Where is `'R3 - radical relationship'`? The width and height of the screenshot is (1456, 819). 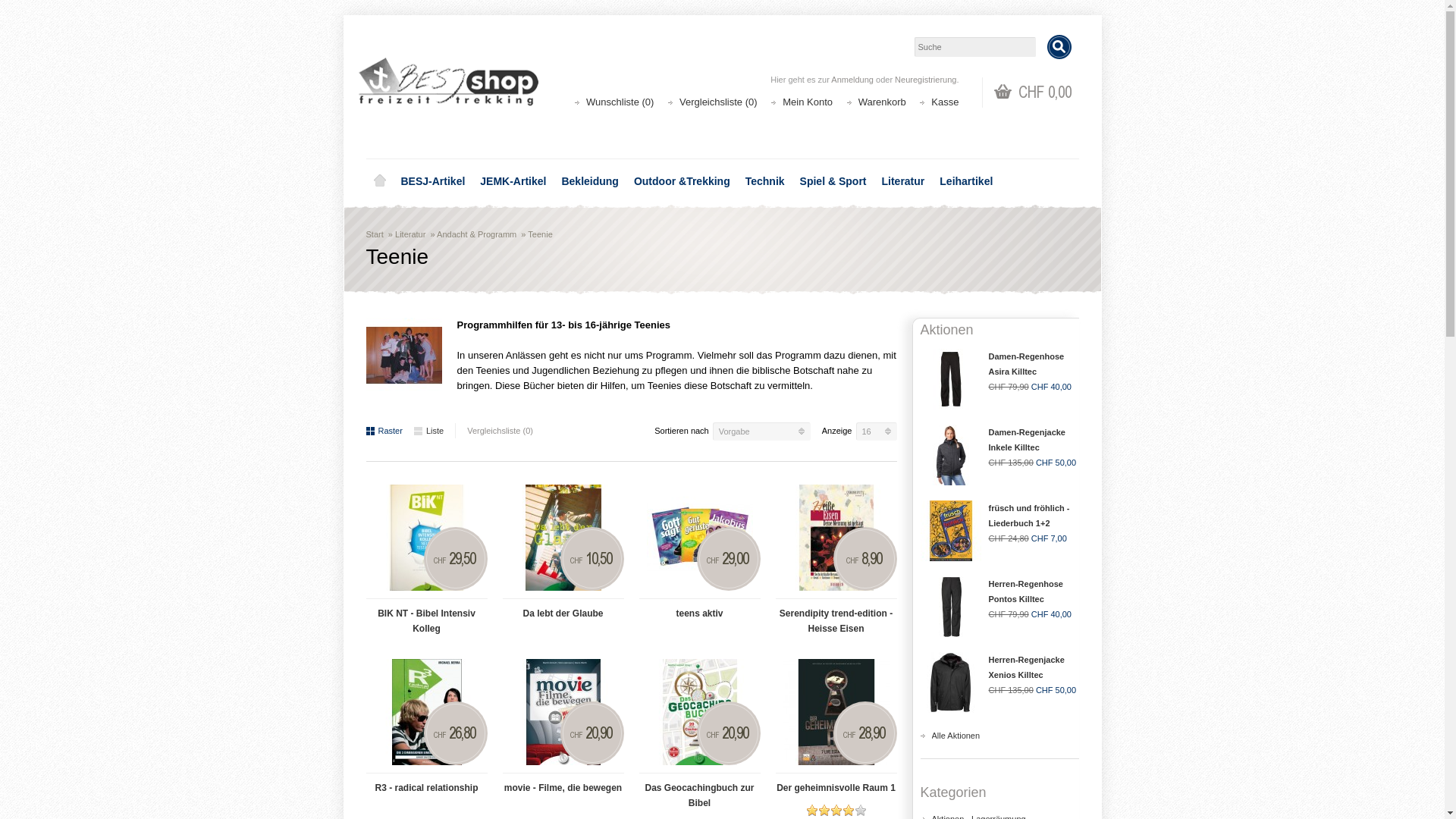 'R3 - radical relationship' is located at coordinates (425, 711).